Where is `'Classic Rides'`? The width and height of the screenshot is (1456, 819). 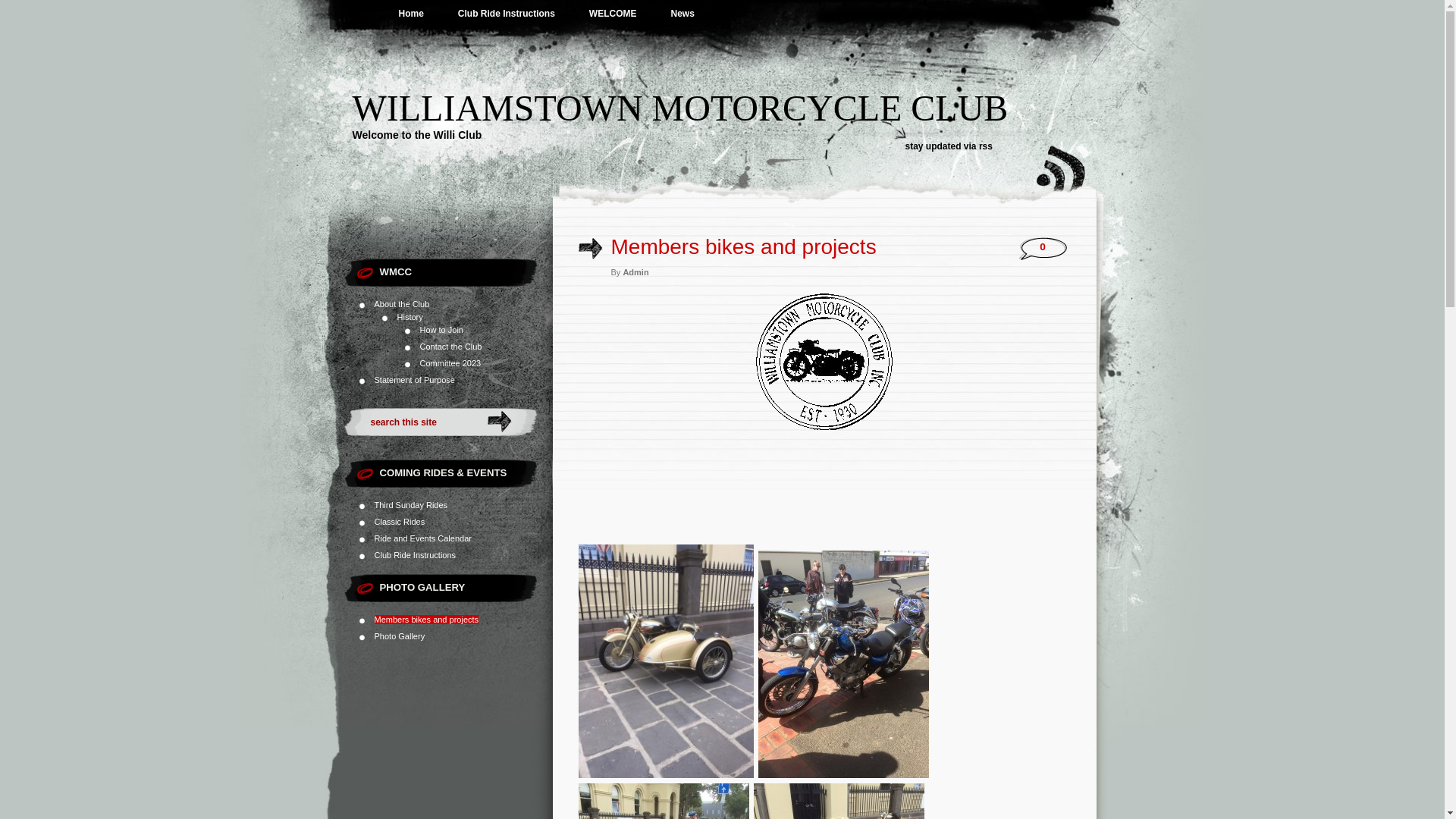 'Classic Rides' is located at coordinates (400, 520).